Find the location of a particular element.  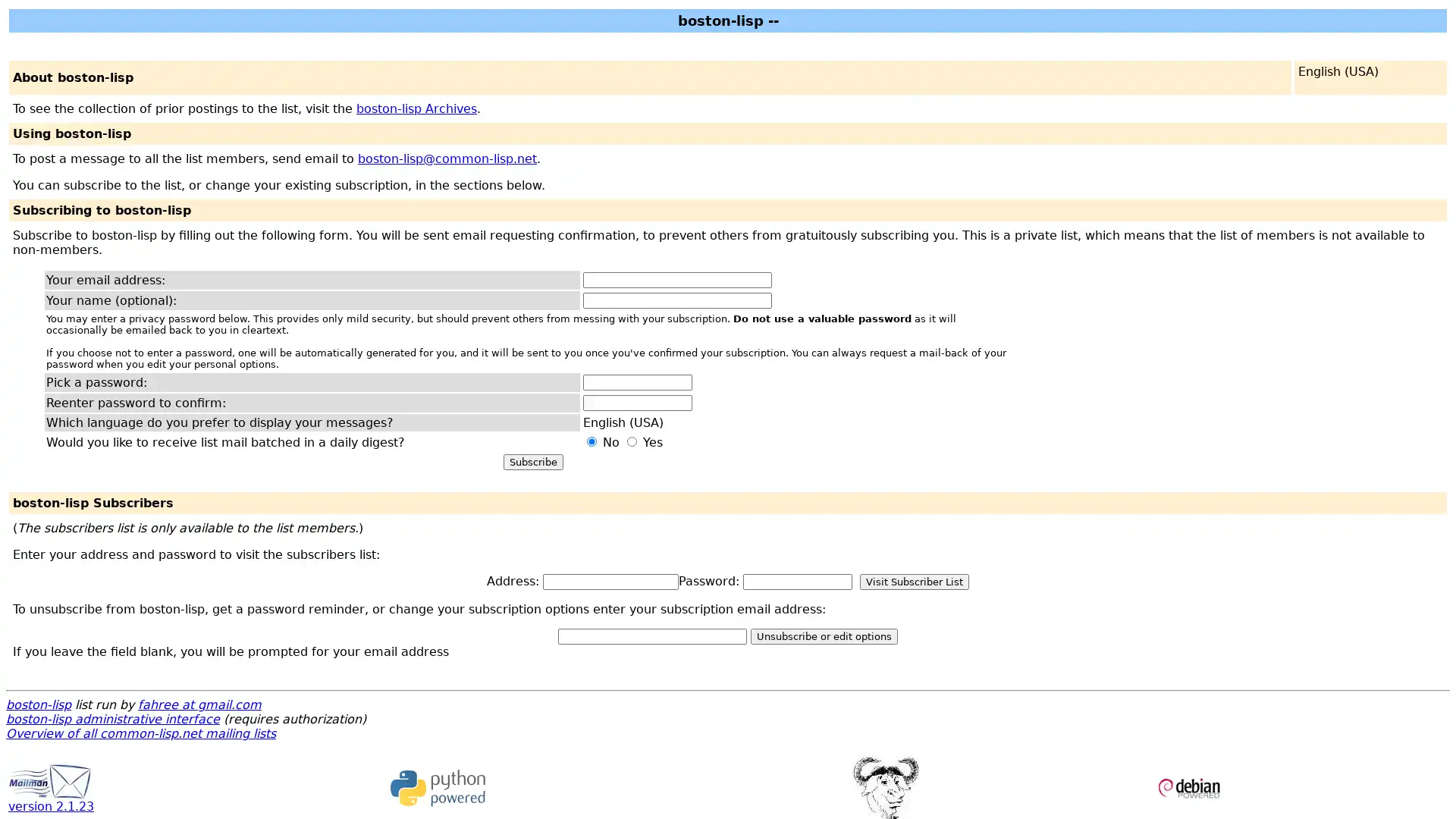

Unsubscribe or edit options is located at coordinates (823, 636).